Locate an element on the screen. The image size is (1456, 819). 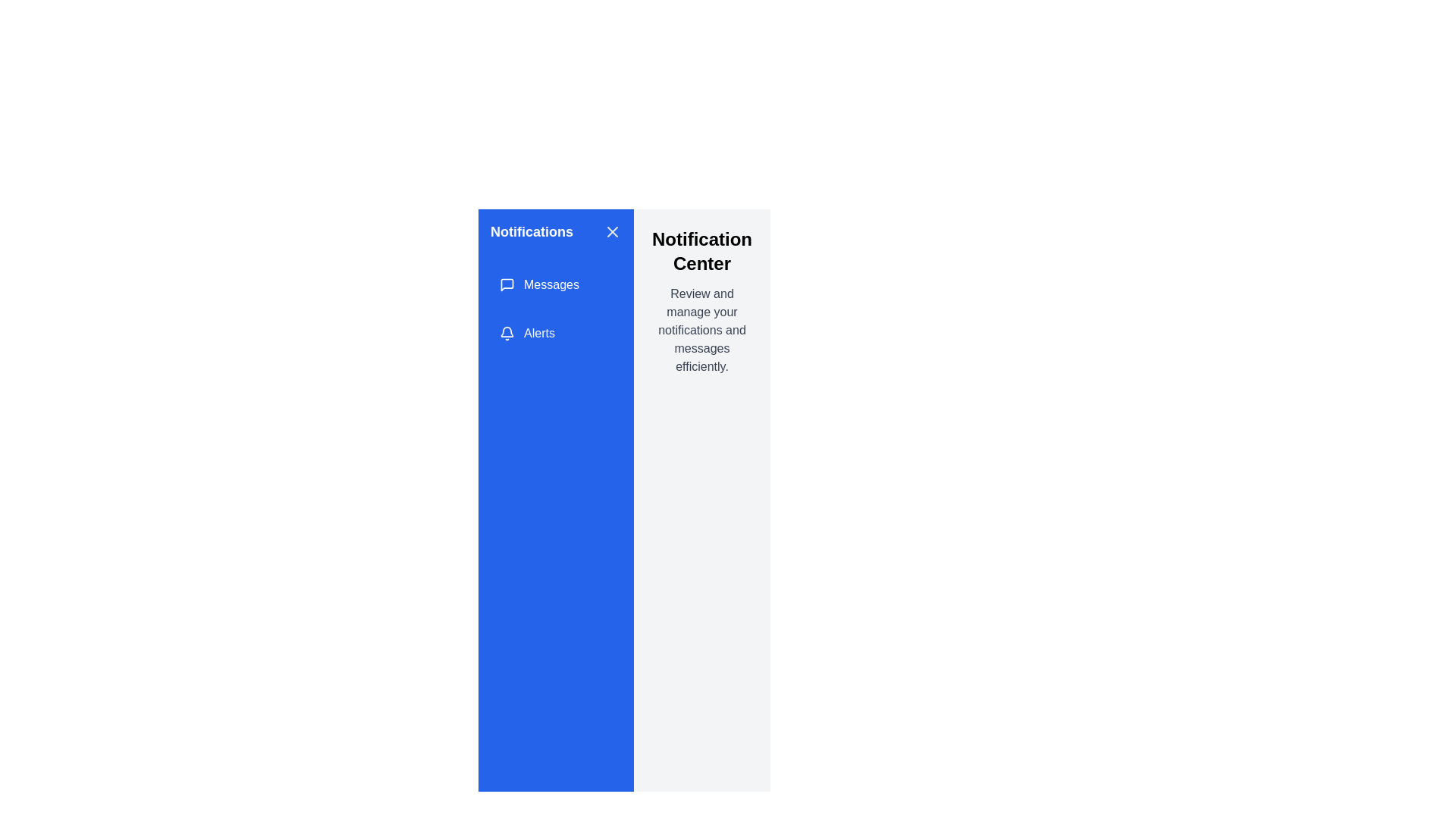
the bold header-style text displaying 'Notification Center' located at the top right of the section is located at coordinates (701, 250).